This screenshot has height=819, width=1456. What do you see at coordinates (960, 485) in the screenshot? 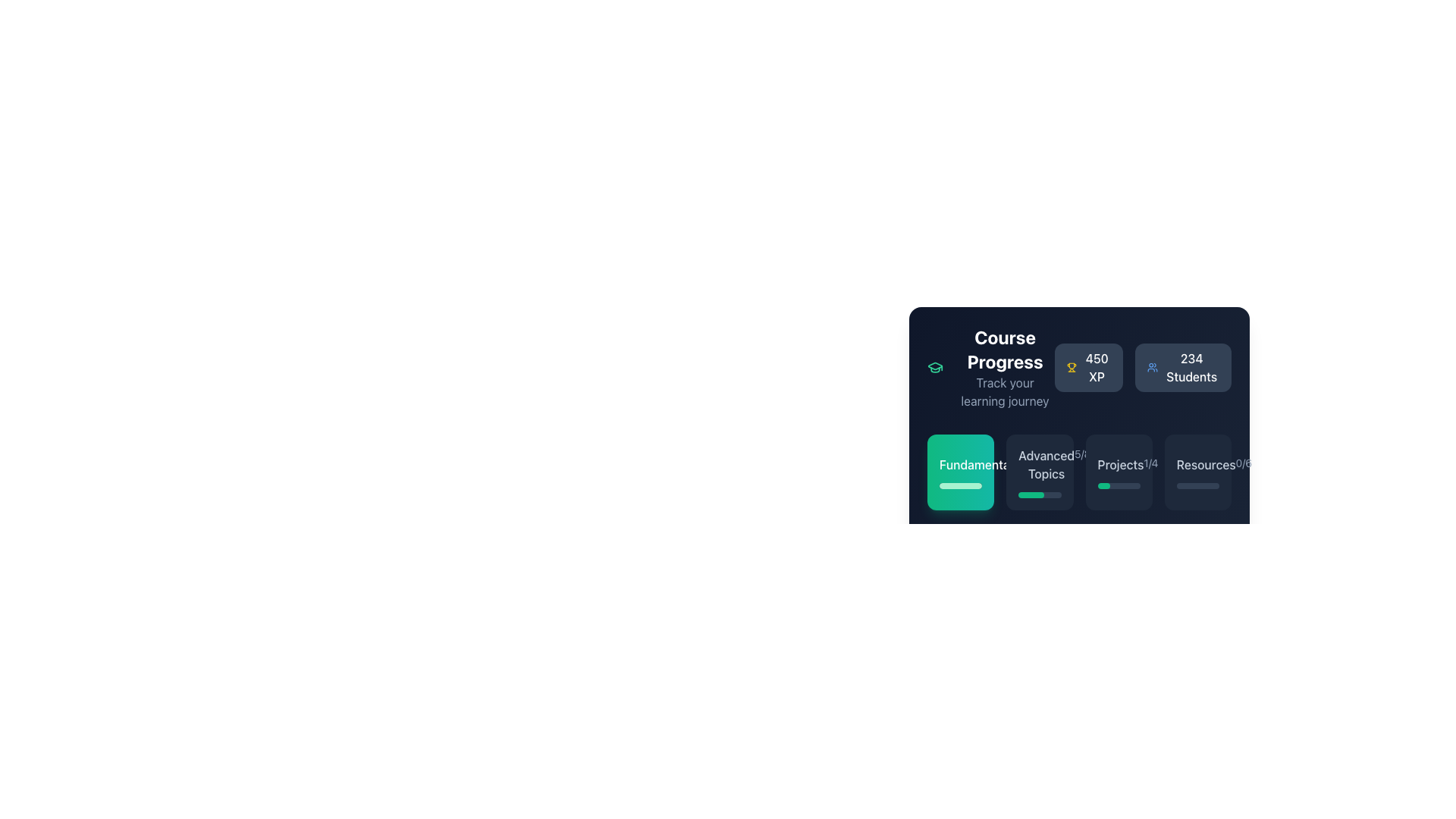
I see `the progress bar that visually represents the complete status of course fundamentals, which is located within the 'Fundamentals' card and is centered below the text 'Fundamentals' and '5/5'` at bounding box center [960, 485].